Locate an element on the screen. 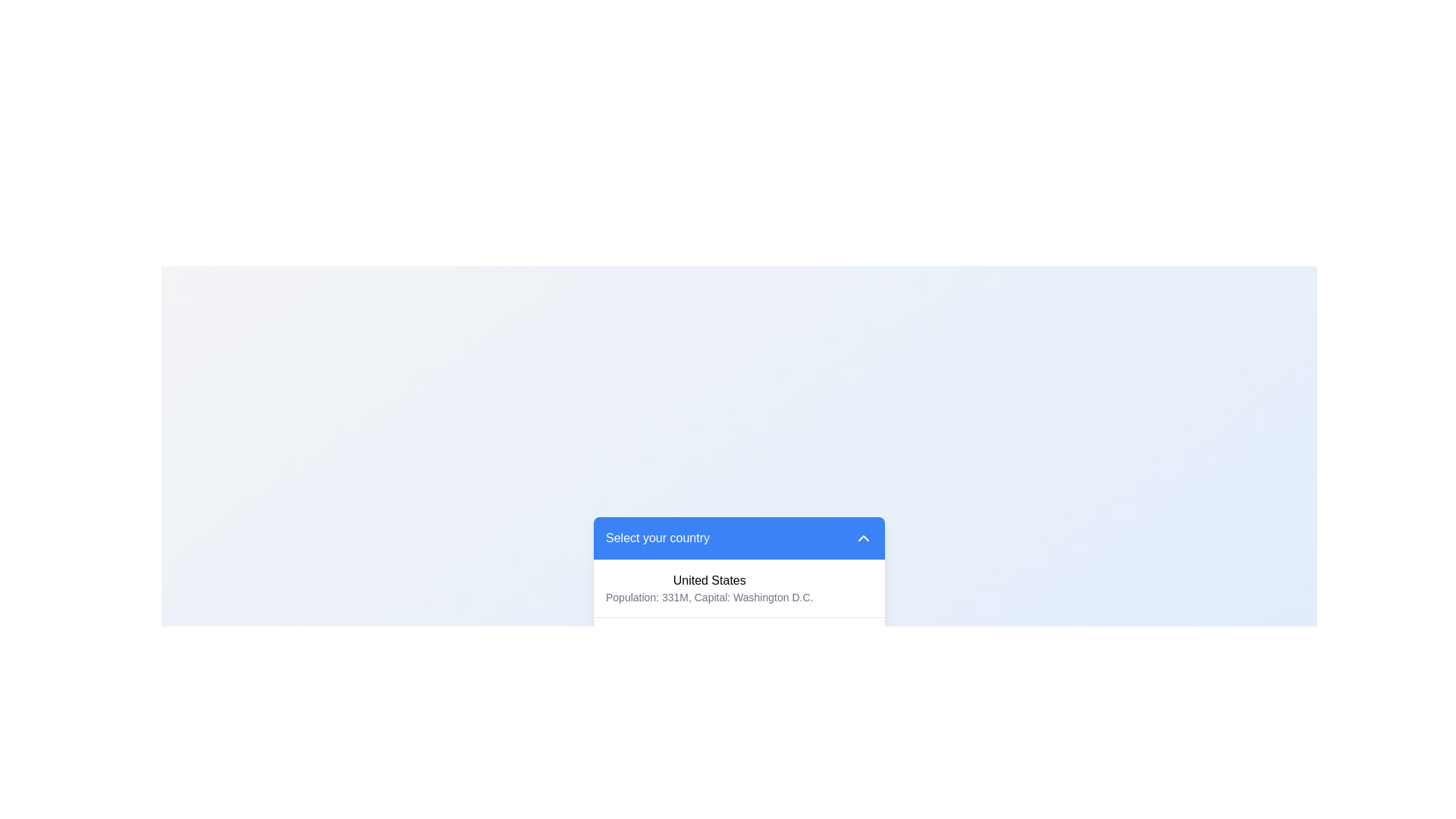 The image size is (1456, 819). the first list item representing the United States in the dropdown menu is located at coordinates (739, 587).